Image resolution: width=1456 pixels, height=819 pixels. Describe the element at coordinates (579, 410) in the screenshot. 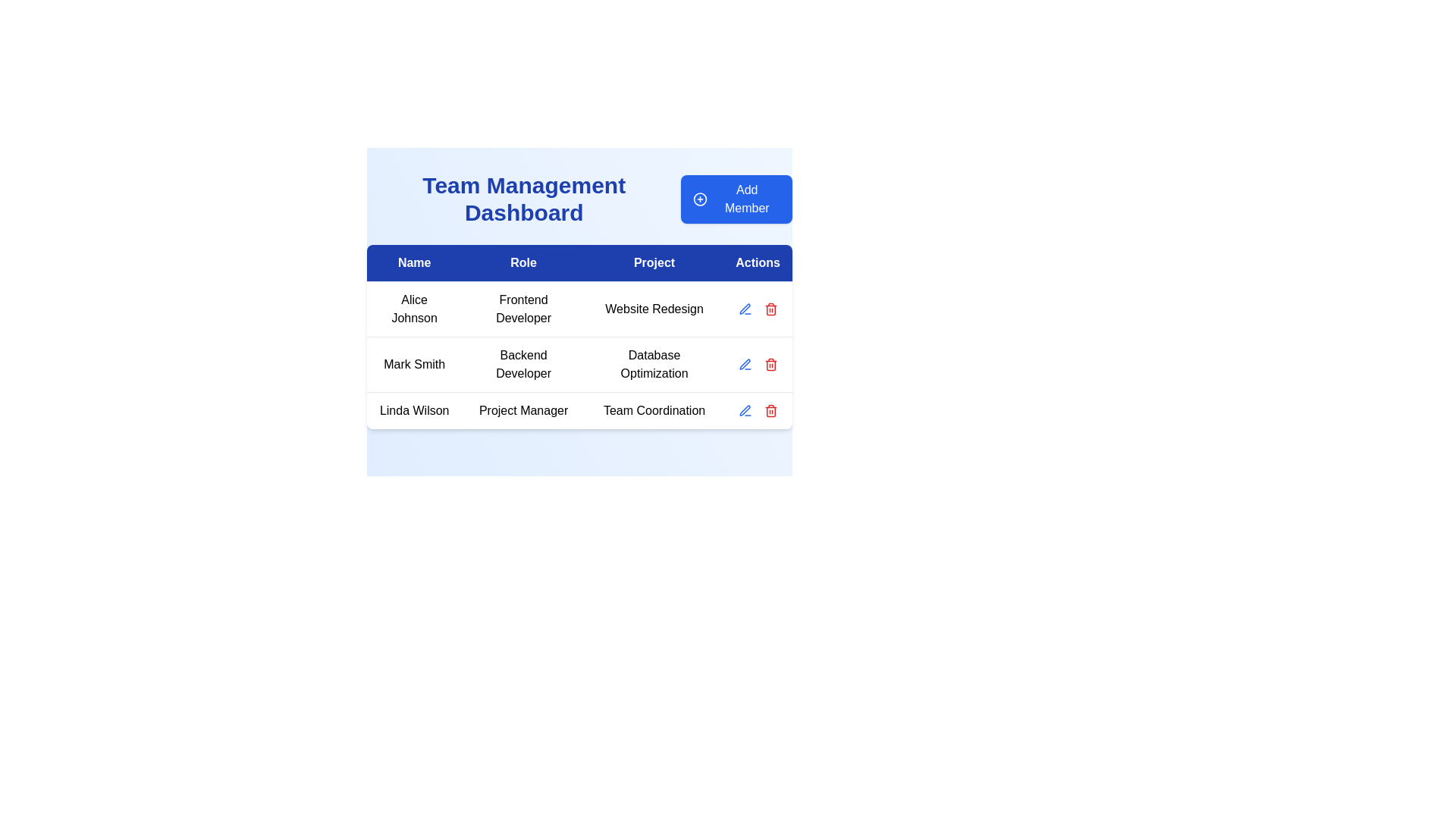

I see `the last row of the team management table that contains information about a team member and action icons` at that location.